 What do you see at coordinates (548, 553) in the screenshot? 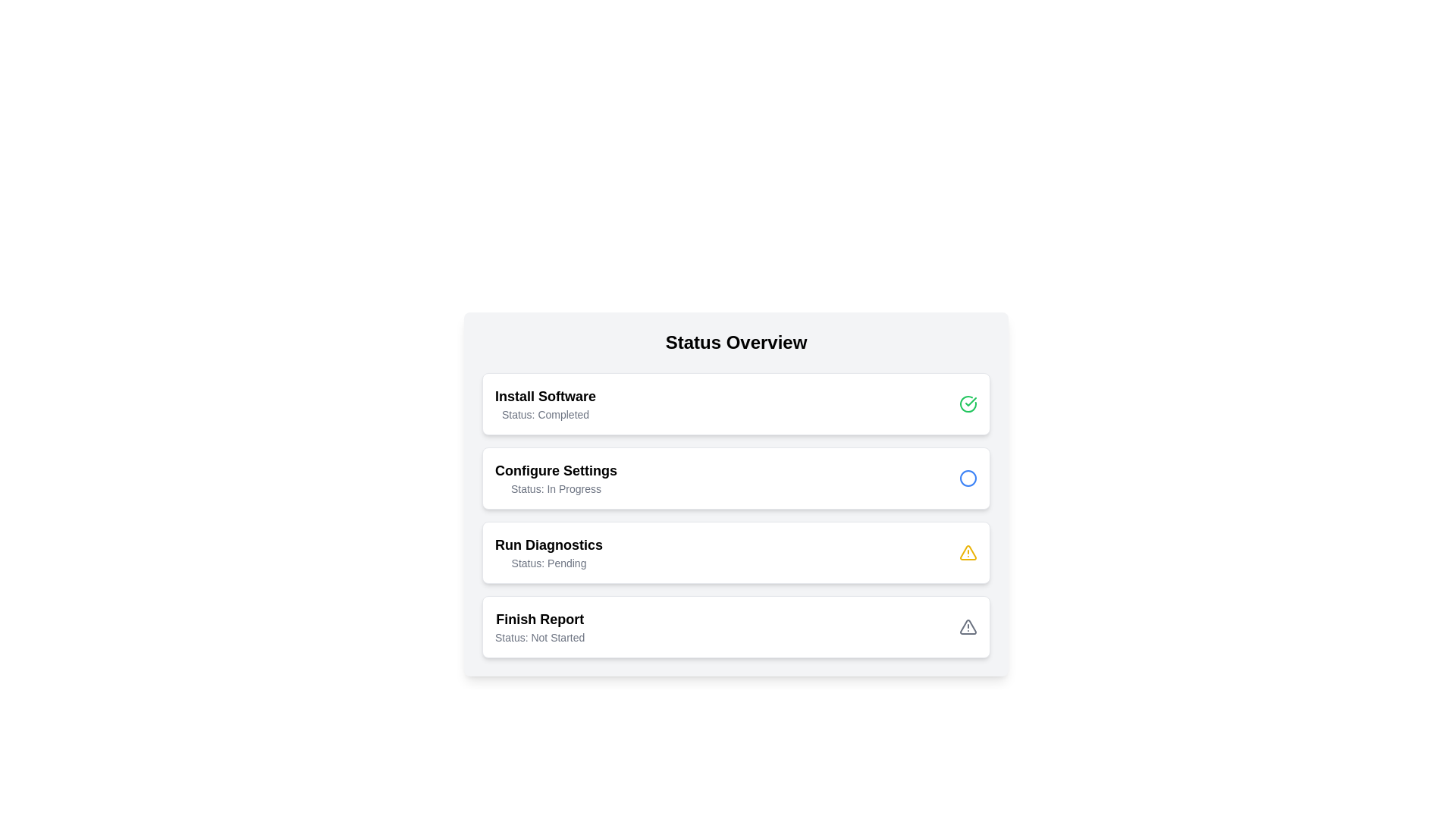
I see `the text label that displays the title 'Run Diagnostics' and its current state as 'Pending', located in the third row of a vertical stack of interactive cards` at bounding box center [548, 553].